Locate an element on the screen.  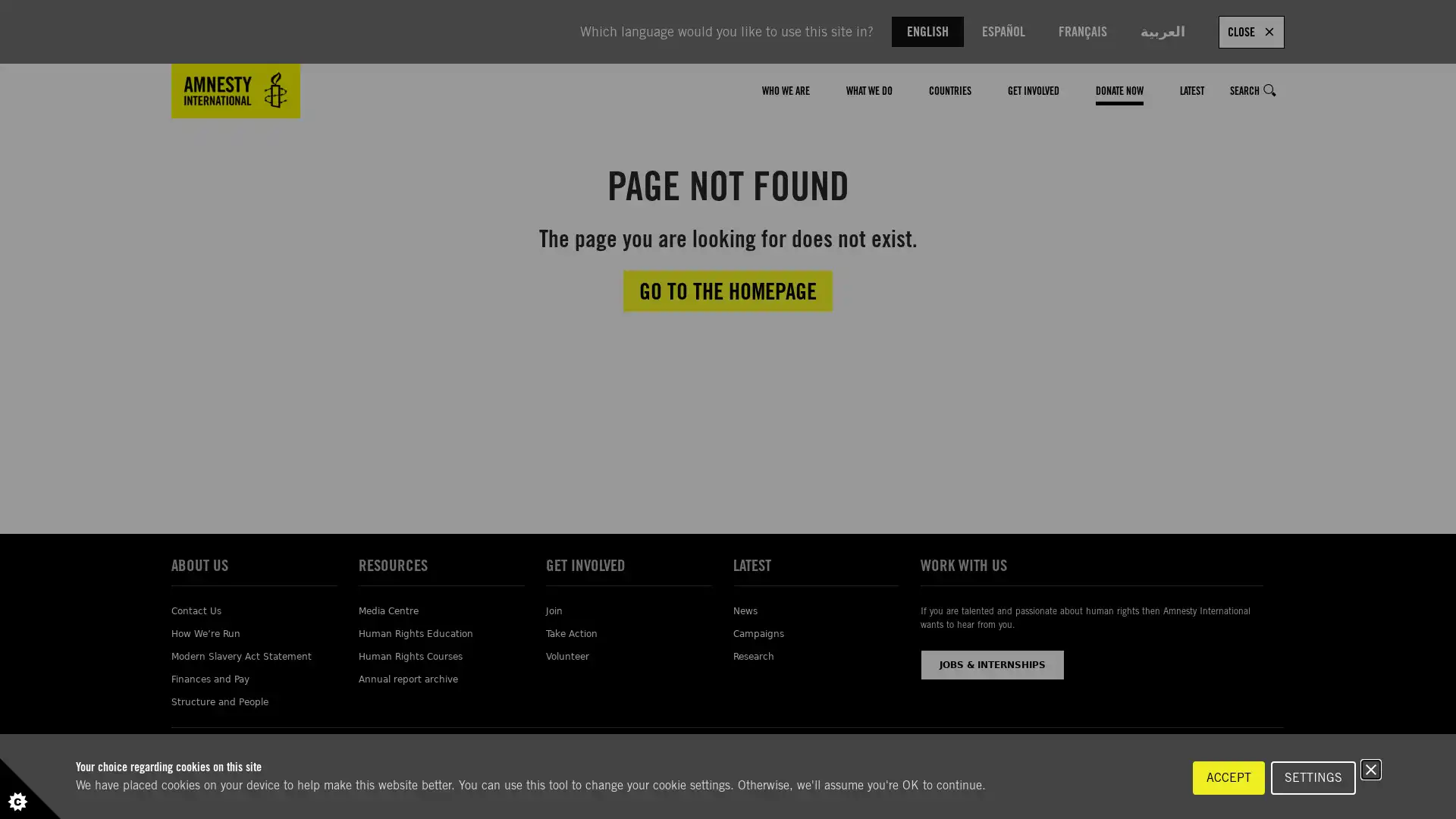
CLOSE is located at coordinates (1251, 31).